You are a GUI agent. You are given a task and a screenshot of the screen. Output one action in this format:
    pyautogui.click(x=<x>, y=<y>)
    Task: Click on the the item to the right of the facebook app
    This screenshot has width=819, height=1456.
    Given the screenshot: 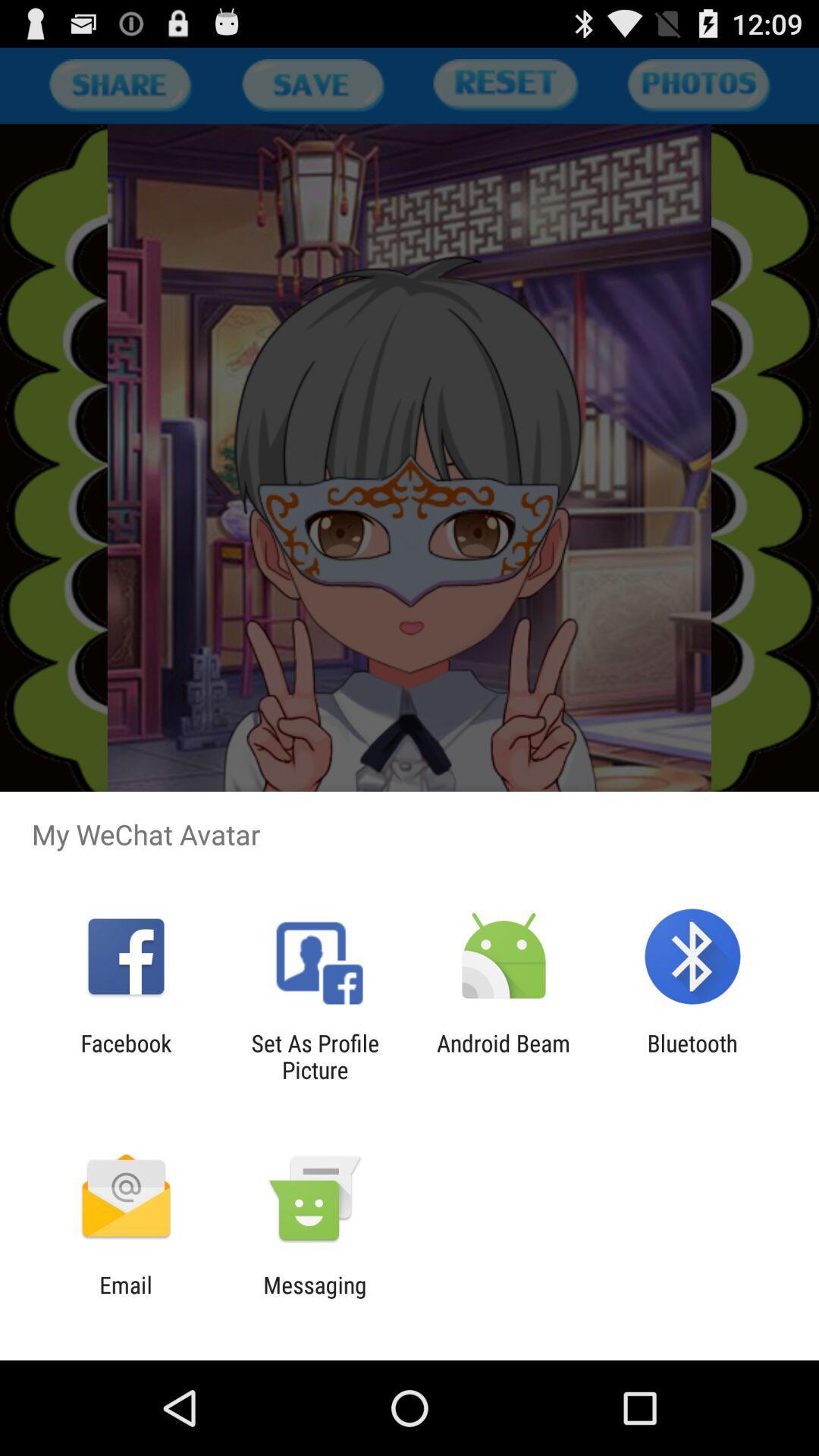 What is the action you would take?
    pyautogui.click(x=314, y=1056)
    